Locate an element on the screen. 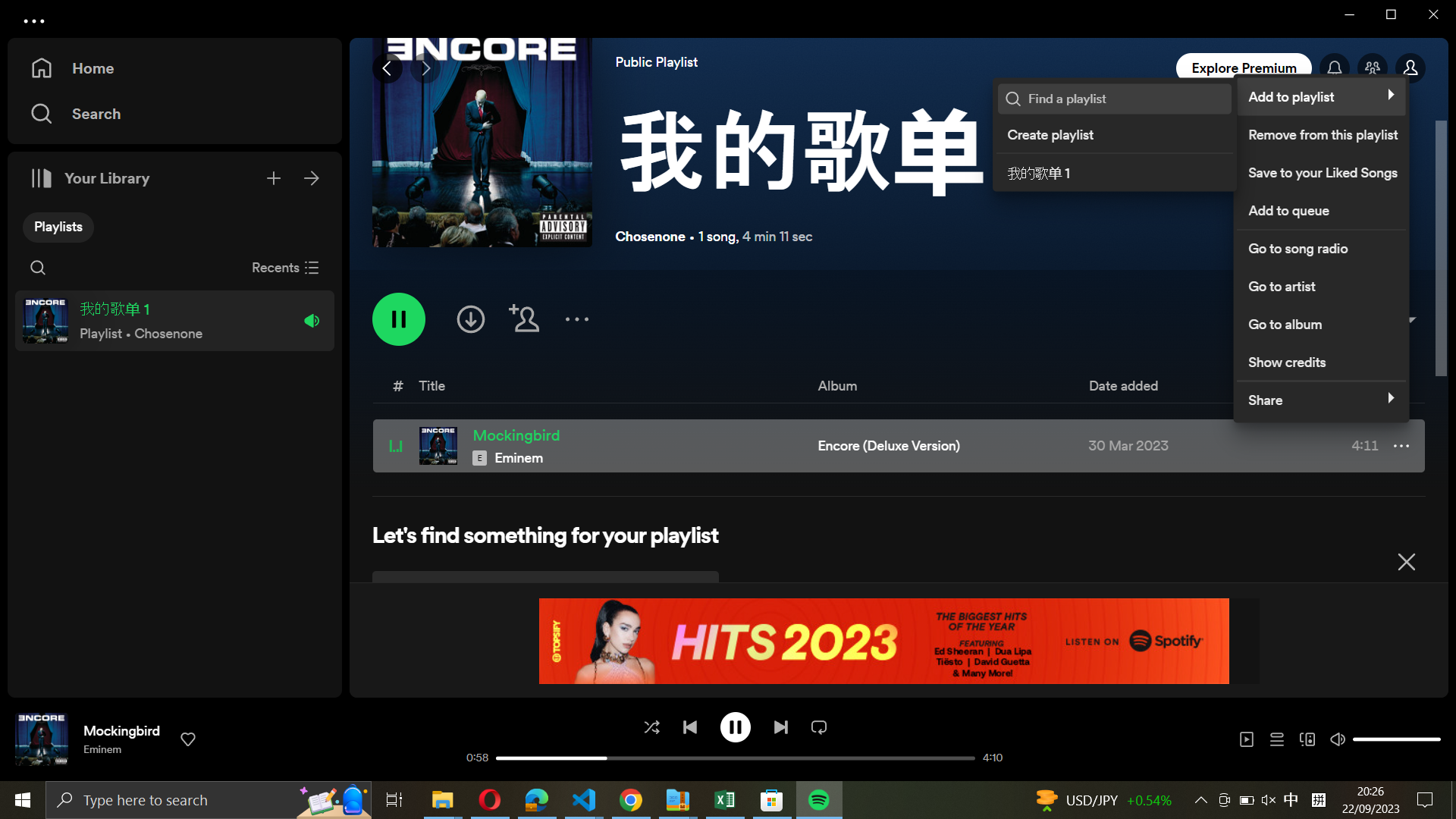 The width and height of the screenshot is (1456, 819). Share the song is located at coordinates (1316, 397).